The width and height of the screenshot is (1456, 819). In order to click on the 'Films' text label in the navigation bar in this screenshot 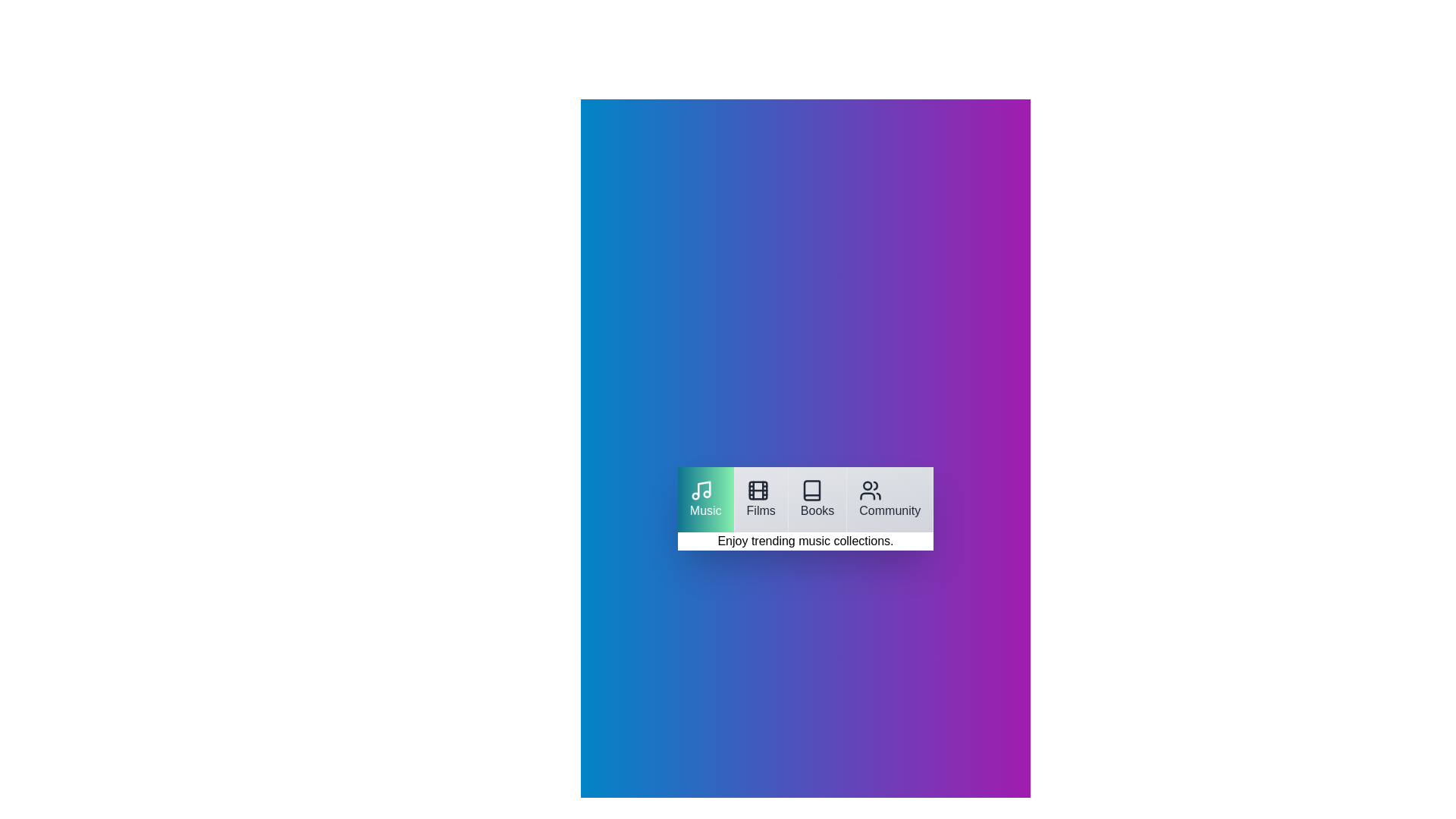, I will do `click(761, 510)`.